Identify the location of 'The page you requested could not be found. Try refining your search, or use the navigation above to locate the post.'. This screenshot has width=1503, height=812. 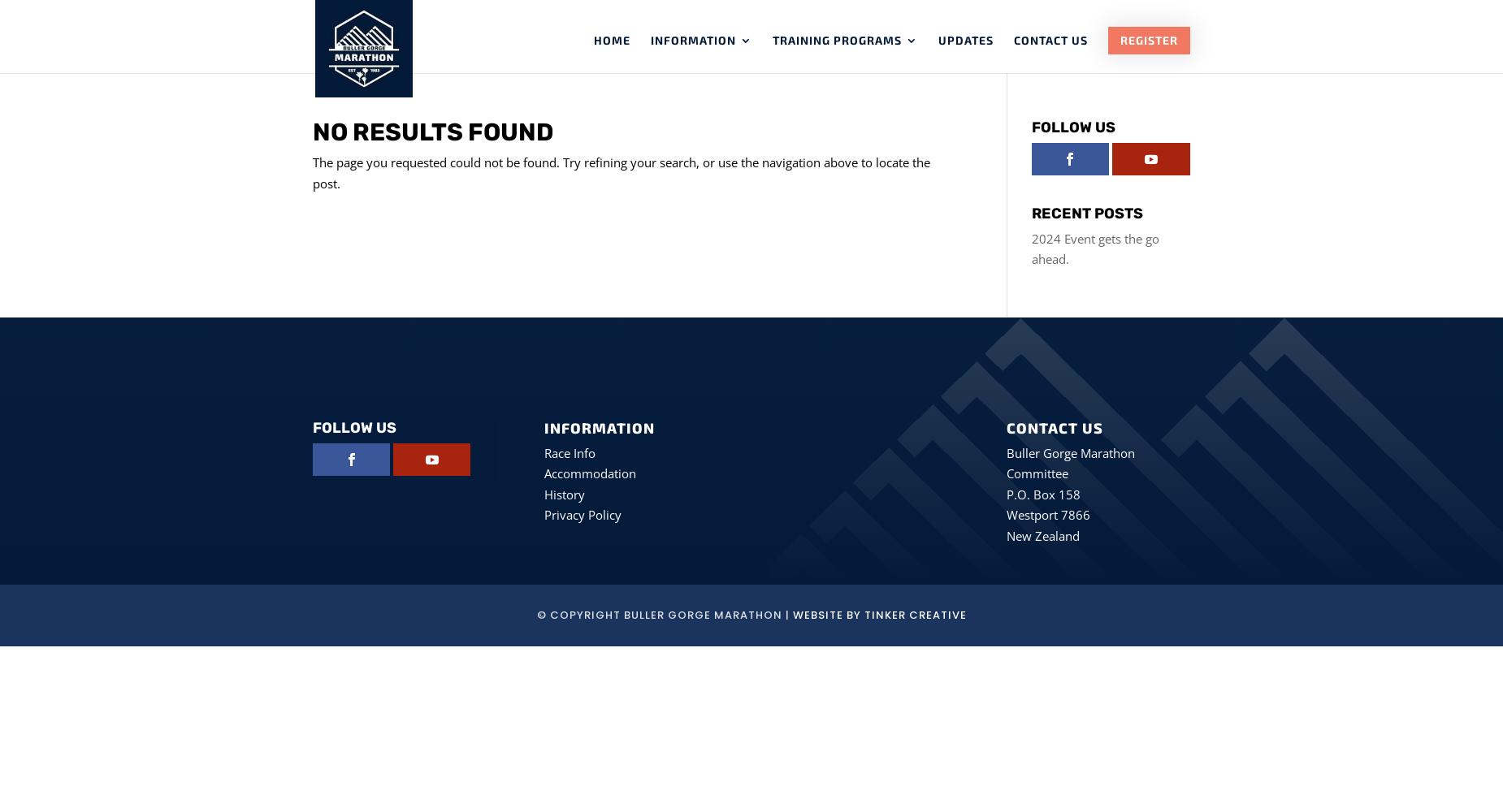
(311, 171).